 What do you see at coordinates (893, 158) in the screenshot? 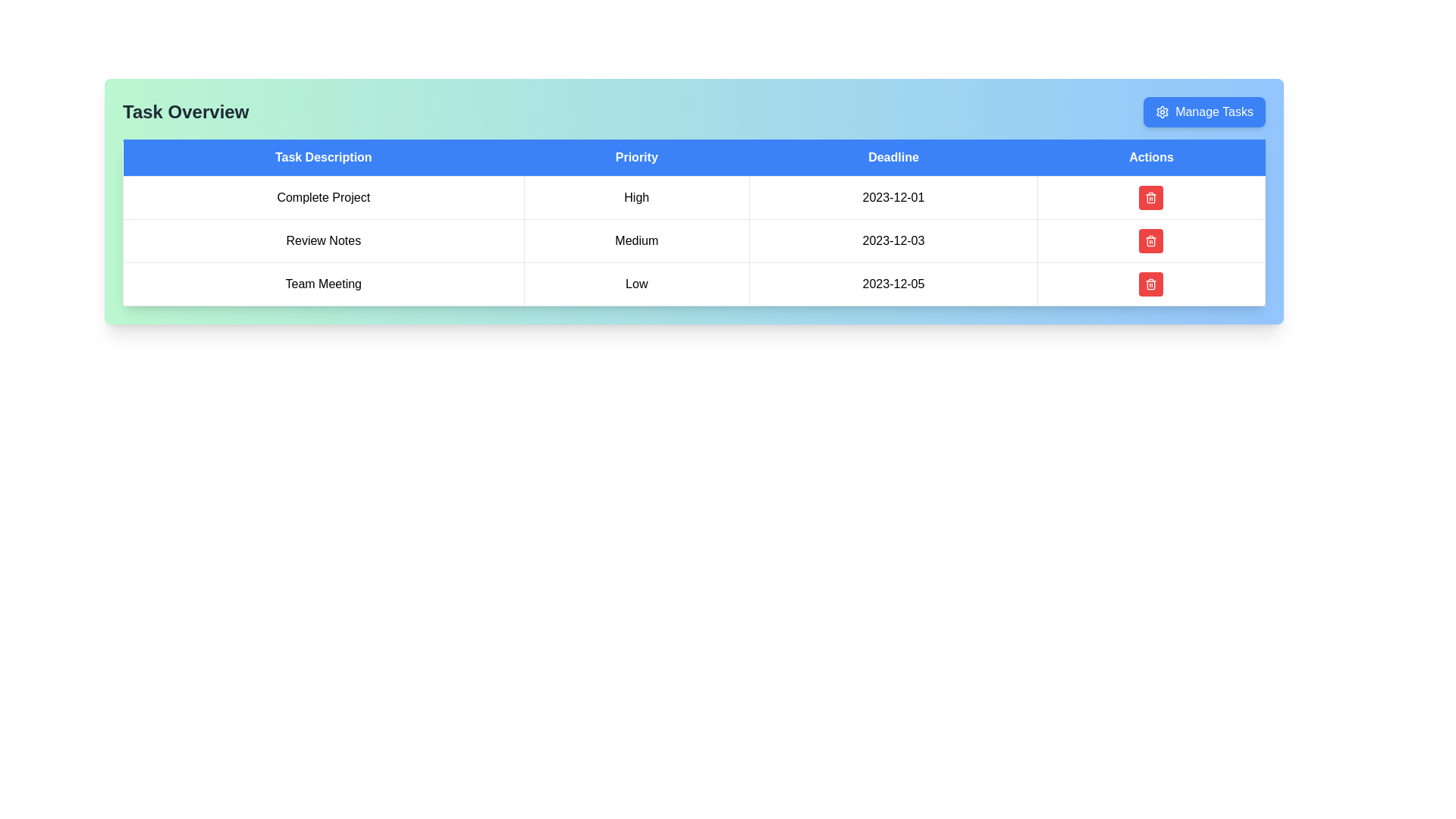
I see `the Table Header Cell displaying 'Deadline', which is the third cell from the left in the header row of a table, located between 'Priority' and 'Actions'` at bounding box center [893, 158].